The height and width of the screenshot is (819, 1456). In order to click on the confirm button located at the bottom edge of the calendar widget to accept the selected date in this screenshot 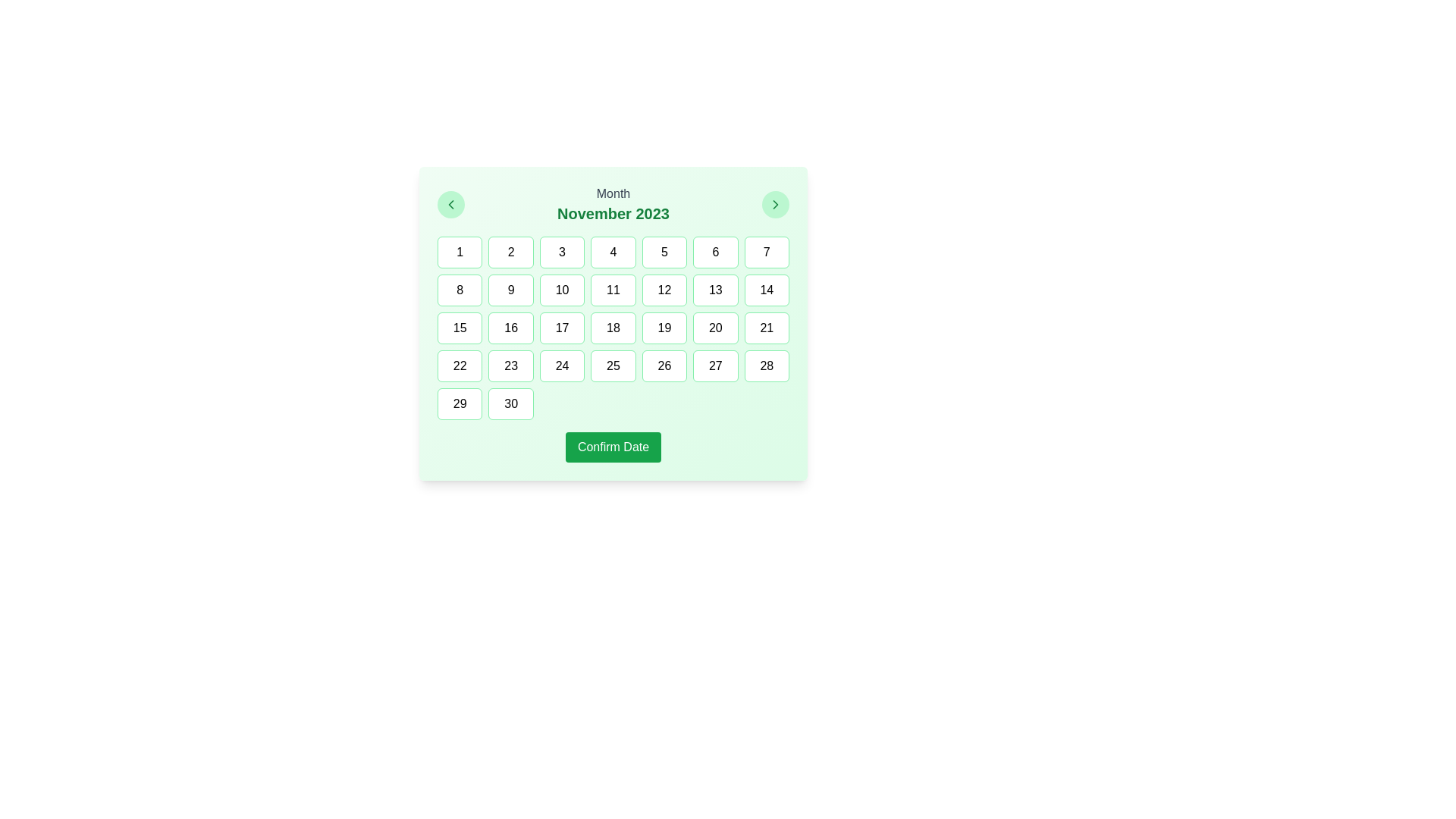, I will do `click(613, 447)`.